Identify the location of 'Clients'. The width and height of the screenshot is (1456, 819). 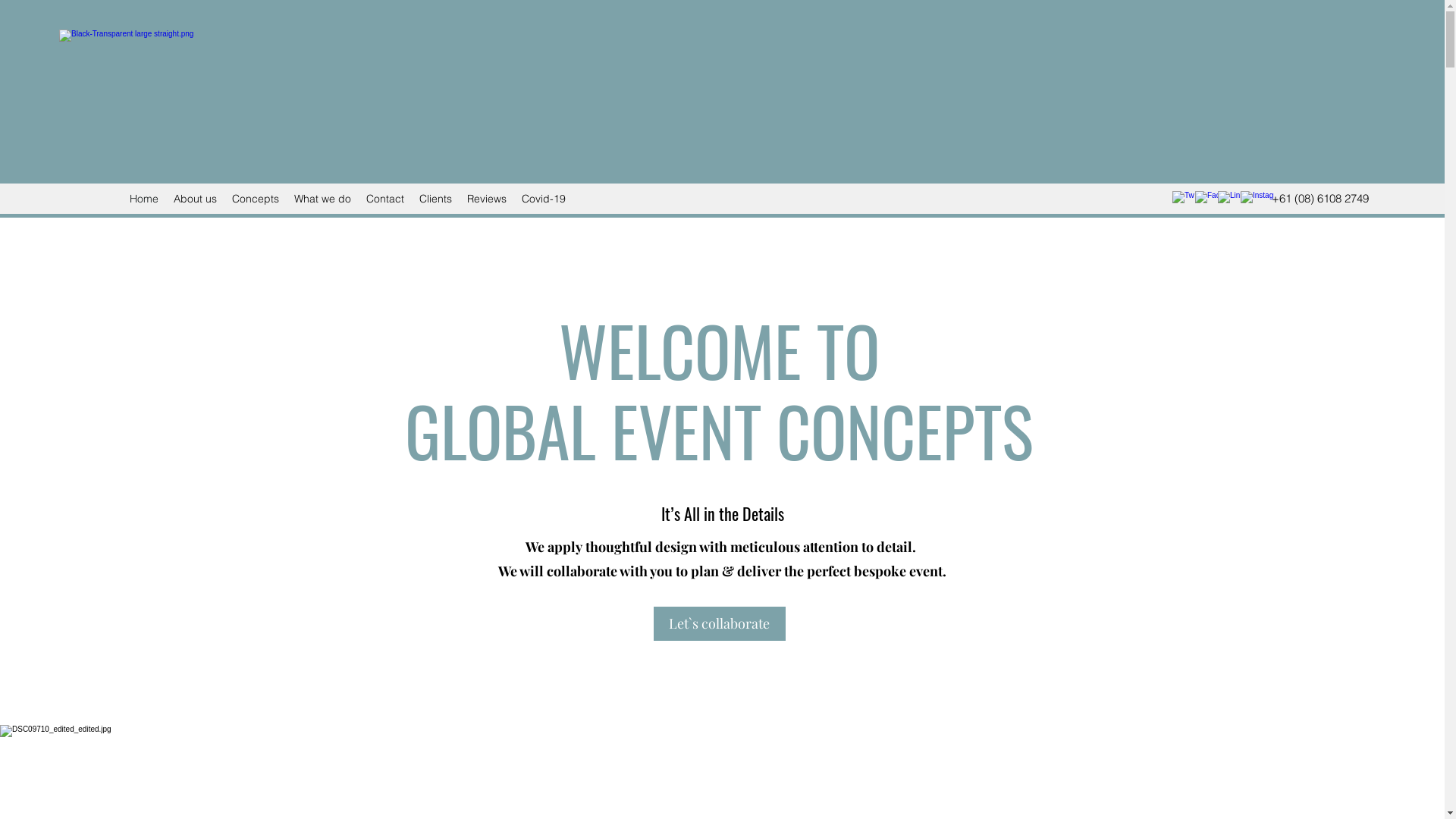
(435, 198).